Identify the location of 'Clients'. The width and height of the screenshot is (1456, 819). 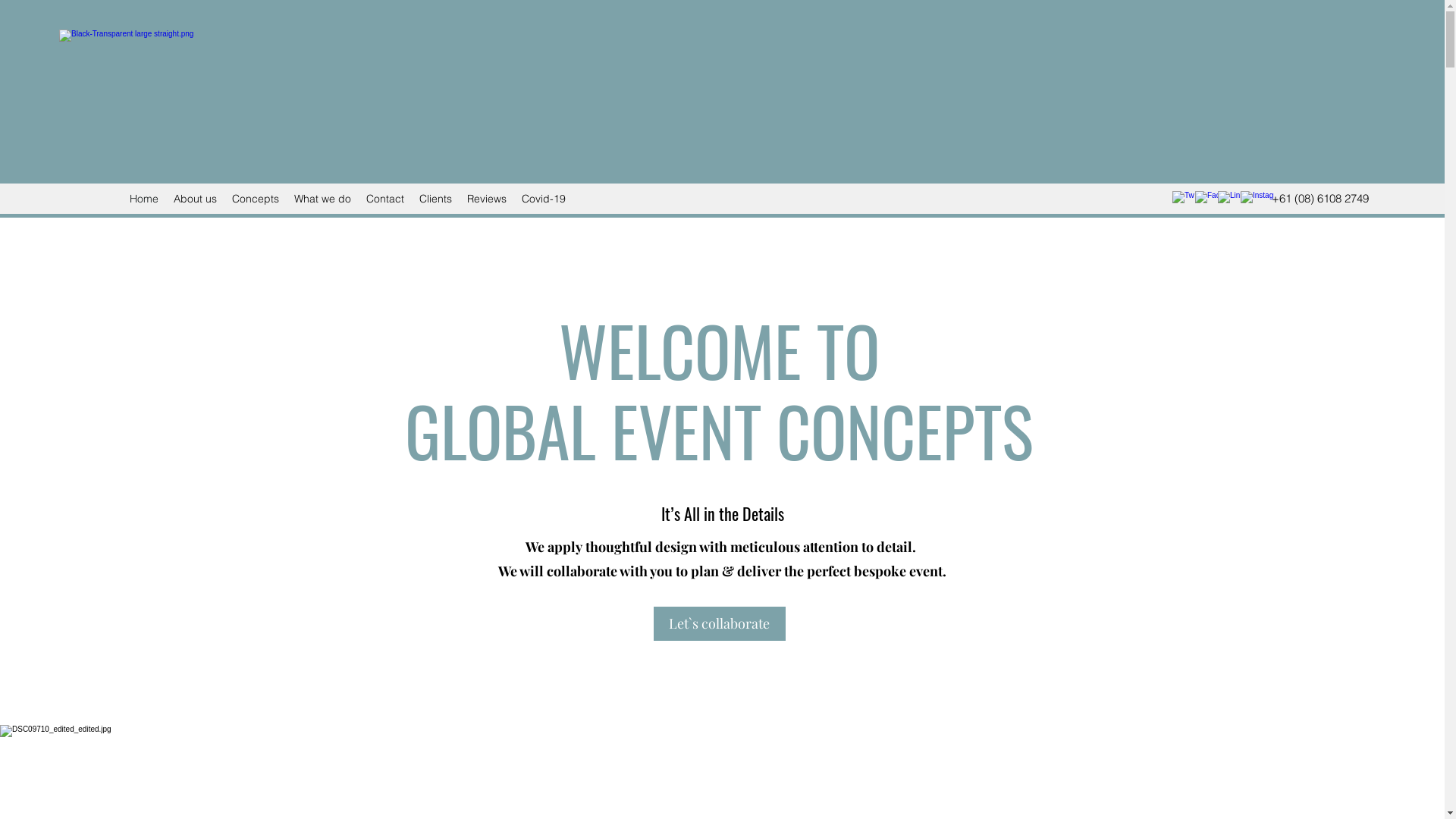
(435, 198).